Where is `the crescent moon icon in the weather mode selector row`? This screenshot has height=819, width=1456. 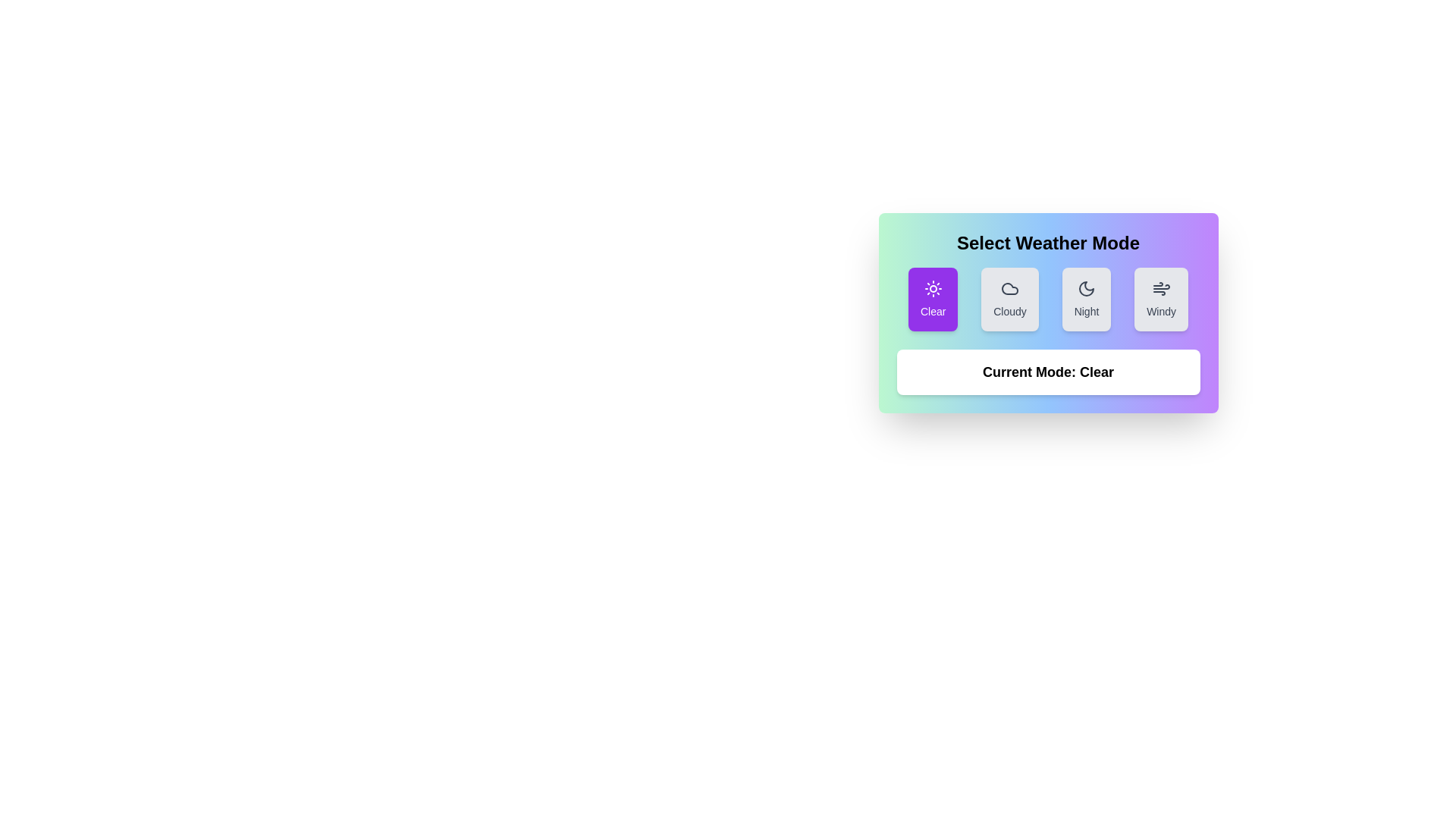 the crescent moon icon in the weather mode selector row is located at coordinates (1085, 289).